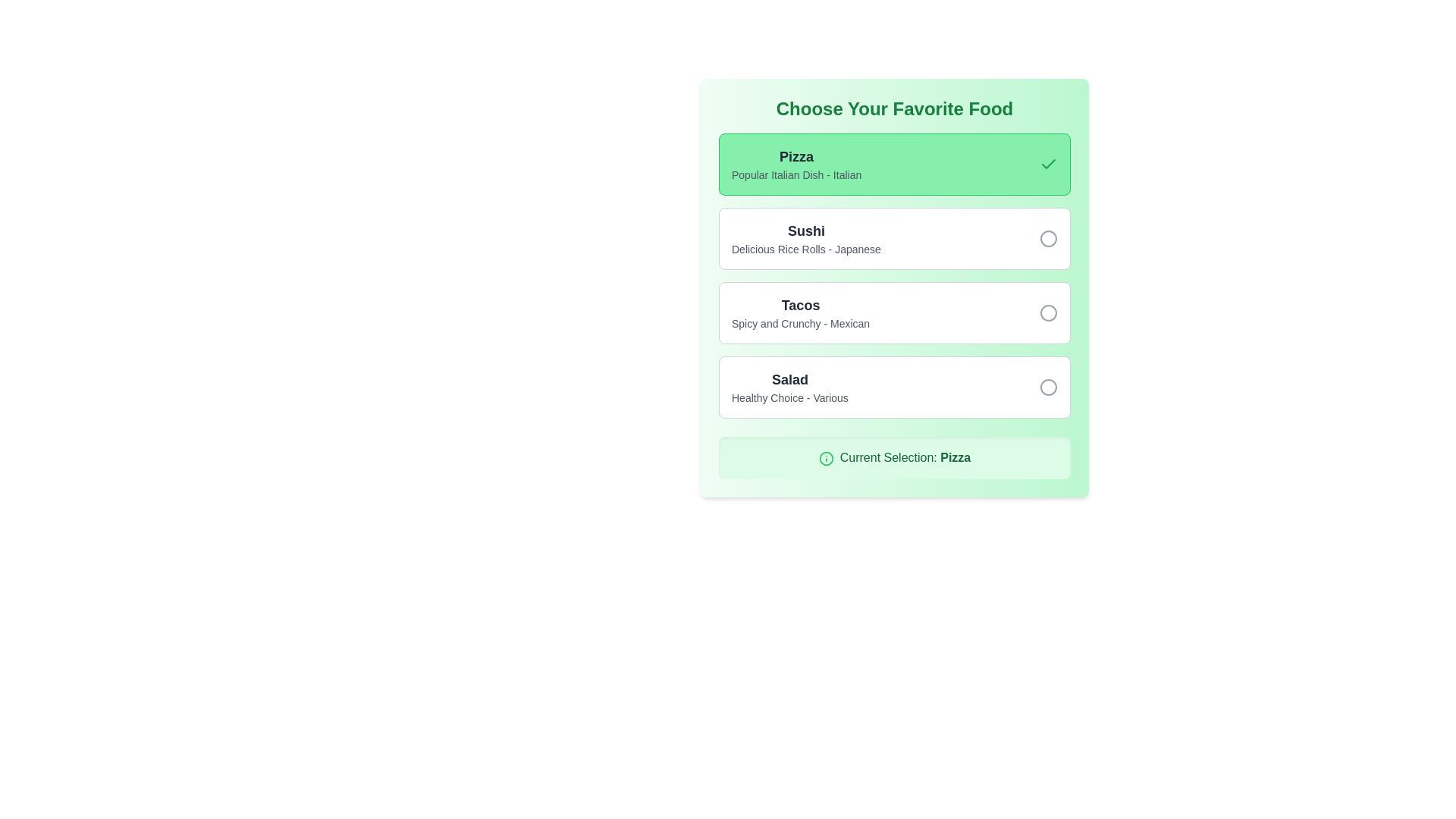 The image size is (1456, 819). I want to click on the descriptive label under the 'Tacos' option in the food selection interface, which provides additional information about its characteristics and cuisine type, so click(800, 323).